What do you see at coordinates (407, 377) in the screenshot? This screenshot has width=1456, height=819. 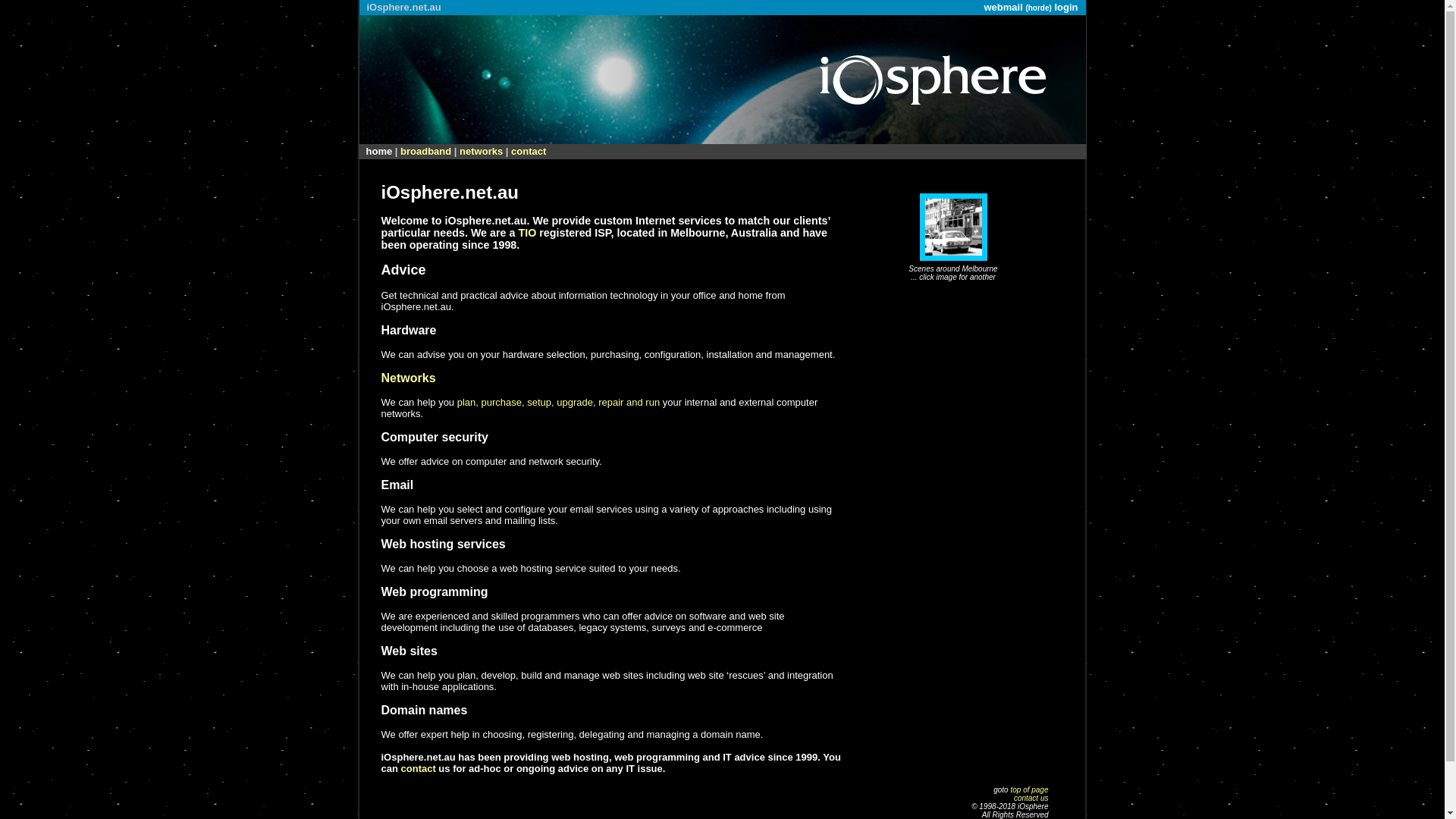 I see `'Networks'` at bounding box center [407, 377].